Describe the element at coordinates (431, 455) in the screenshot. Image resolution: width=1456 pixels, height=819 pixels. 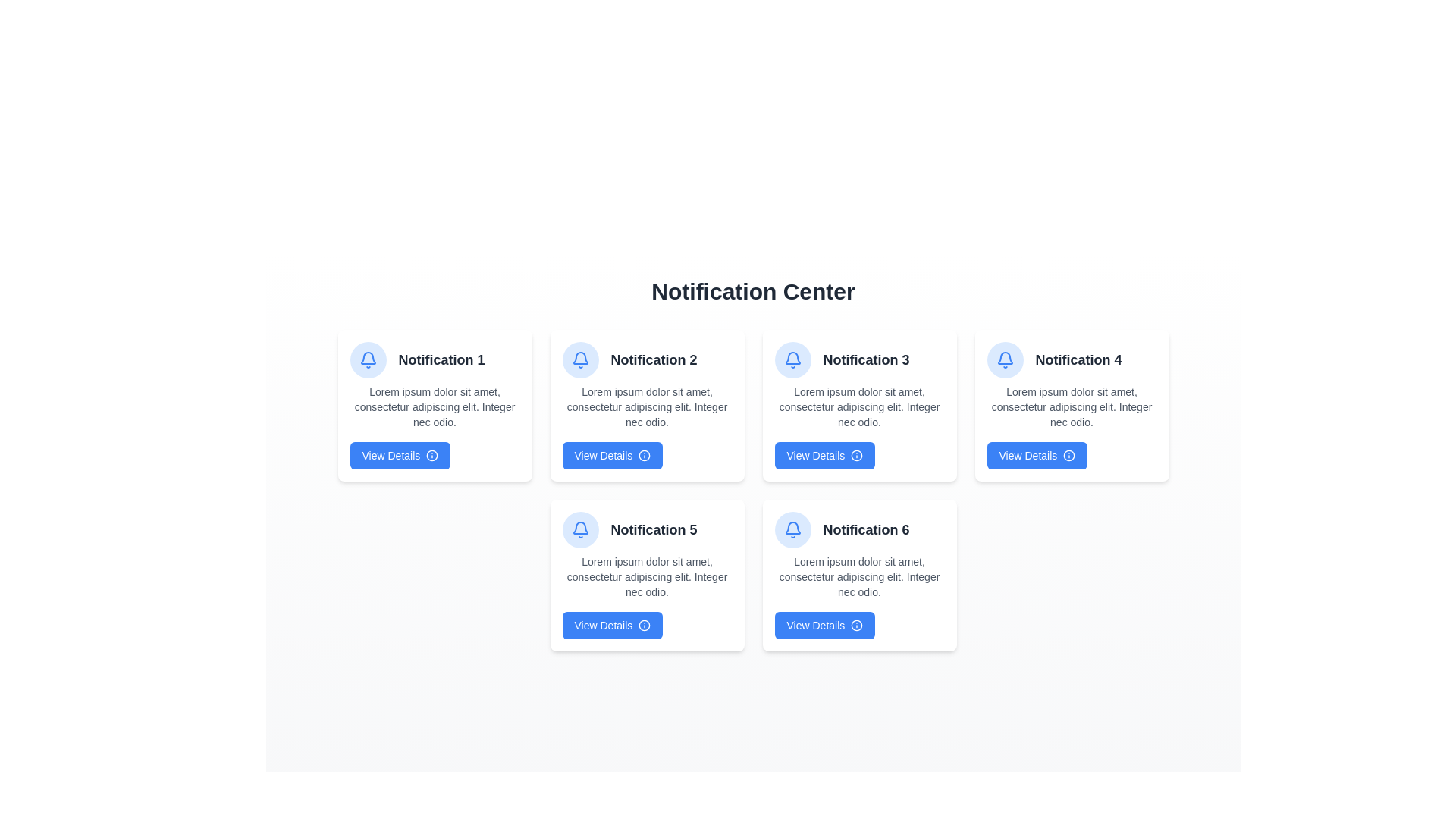
I see `the SVG circle element located within the 'Notification 1' card's blue circle icon, which is defined by an outline and has no fill color` at that location.